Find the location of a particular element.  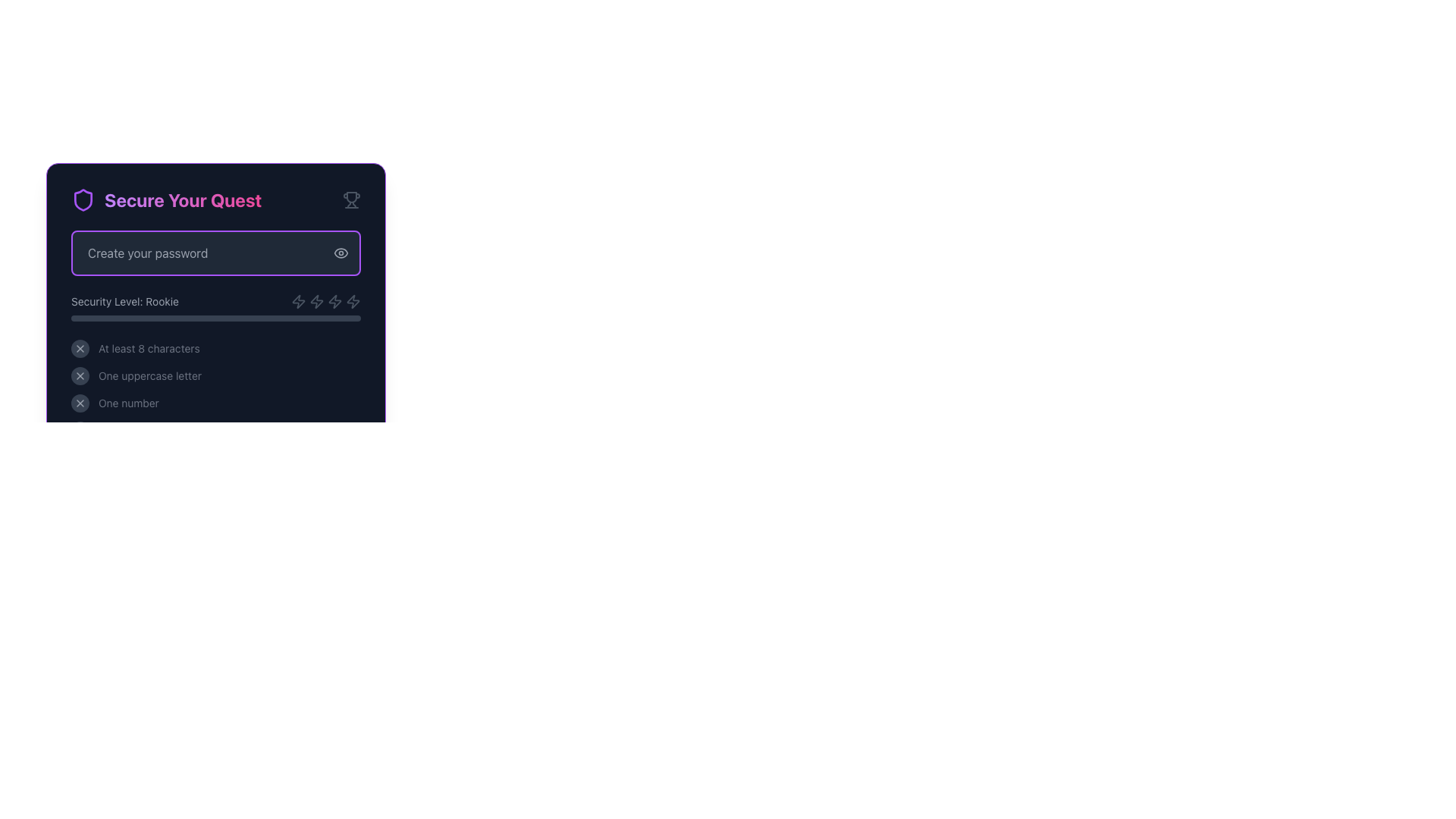

the third icon in a horizontal row of icons that indicates the security level of the password being created is located at coordinates (315, 301).